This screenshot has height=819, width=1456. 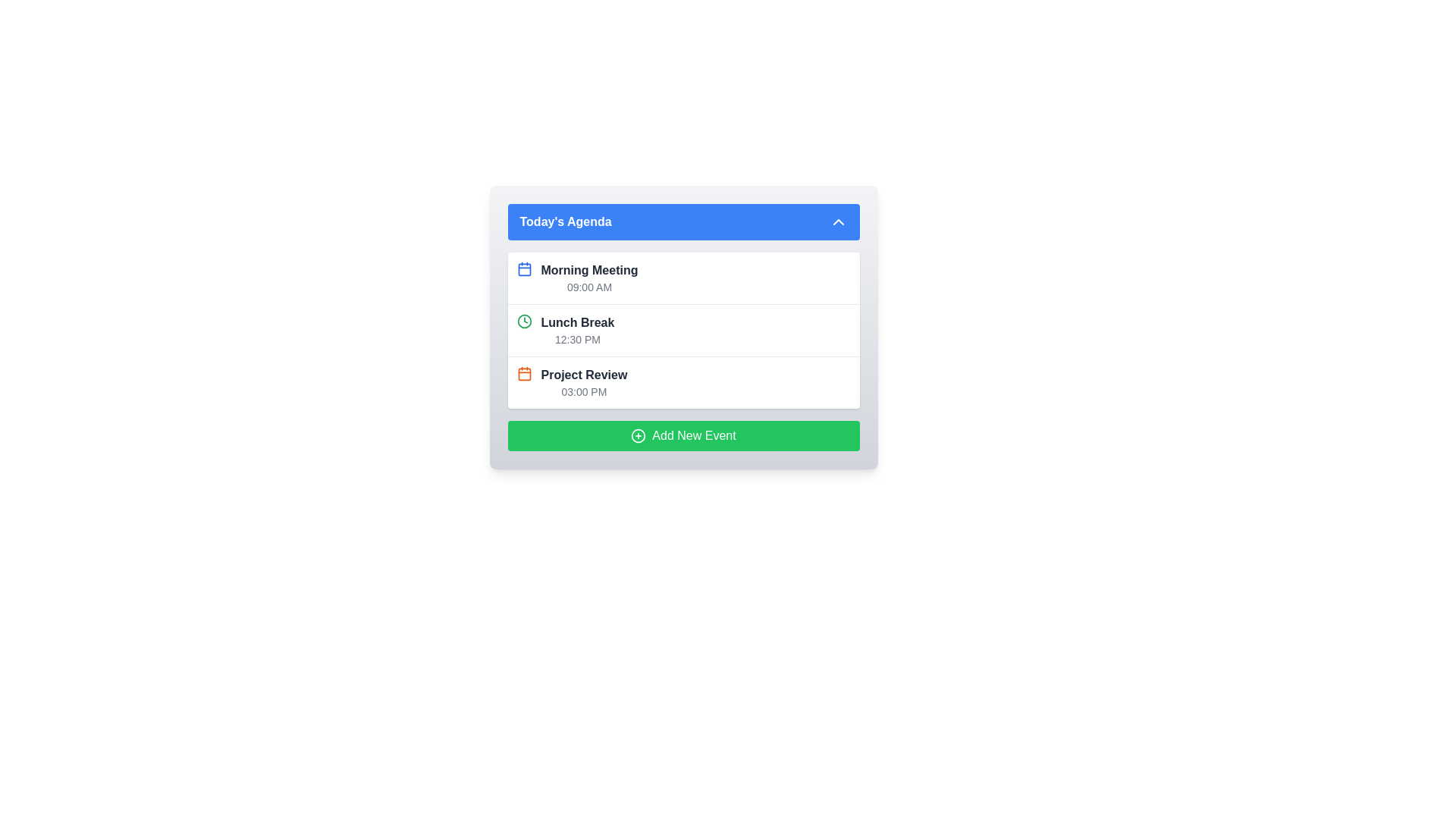 What do you see at coordinates (583, 375) in the screenshot?
I see `the label that displays the event name 'Project Review' located below the 'Lunch Break' listing in the agenda` at bounding box center [583, 375].